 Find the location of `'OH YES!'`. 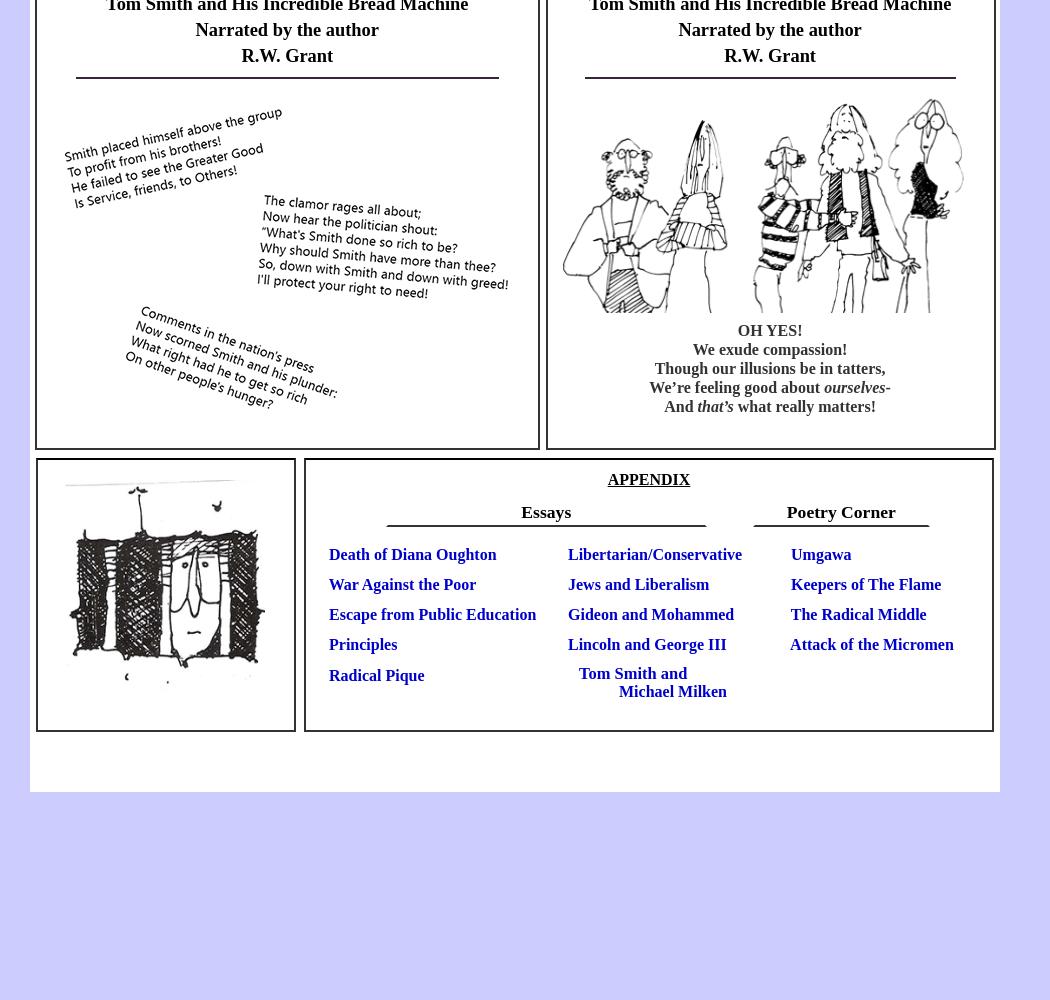

'OH YES!' is located at coordinates (769, 328).